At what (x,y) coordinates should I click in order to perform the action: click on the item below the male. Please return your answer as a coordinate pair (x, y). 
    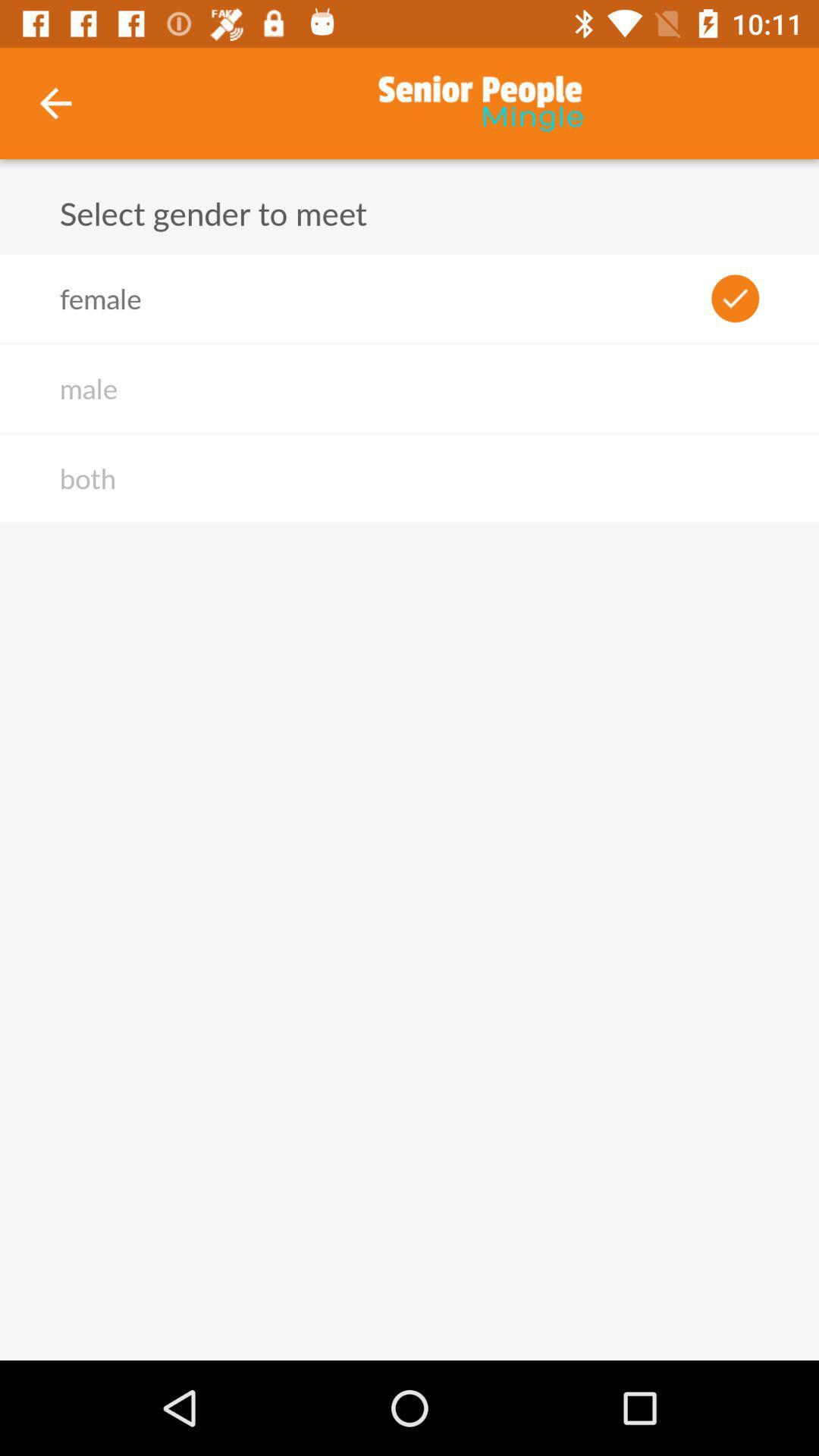
    Looking at the image, I should click on (87, 477).